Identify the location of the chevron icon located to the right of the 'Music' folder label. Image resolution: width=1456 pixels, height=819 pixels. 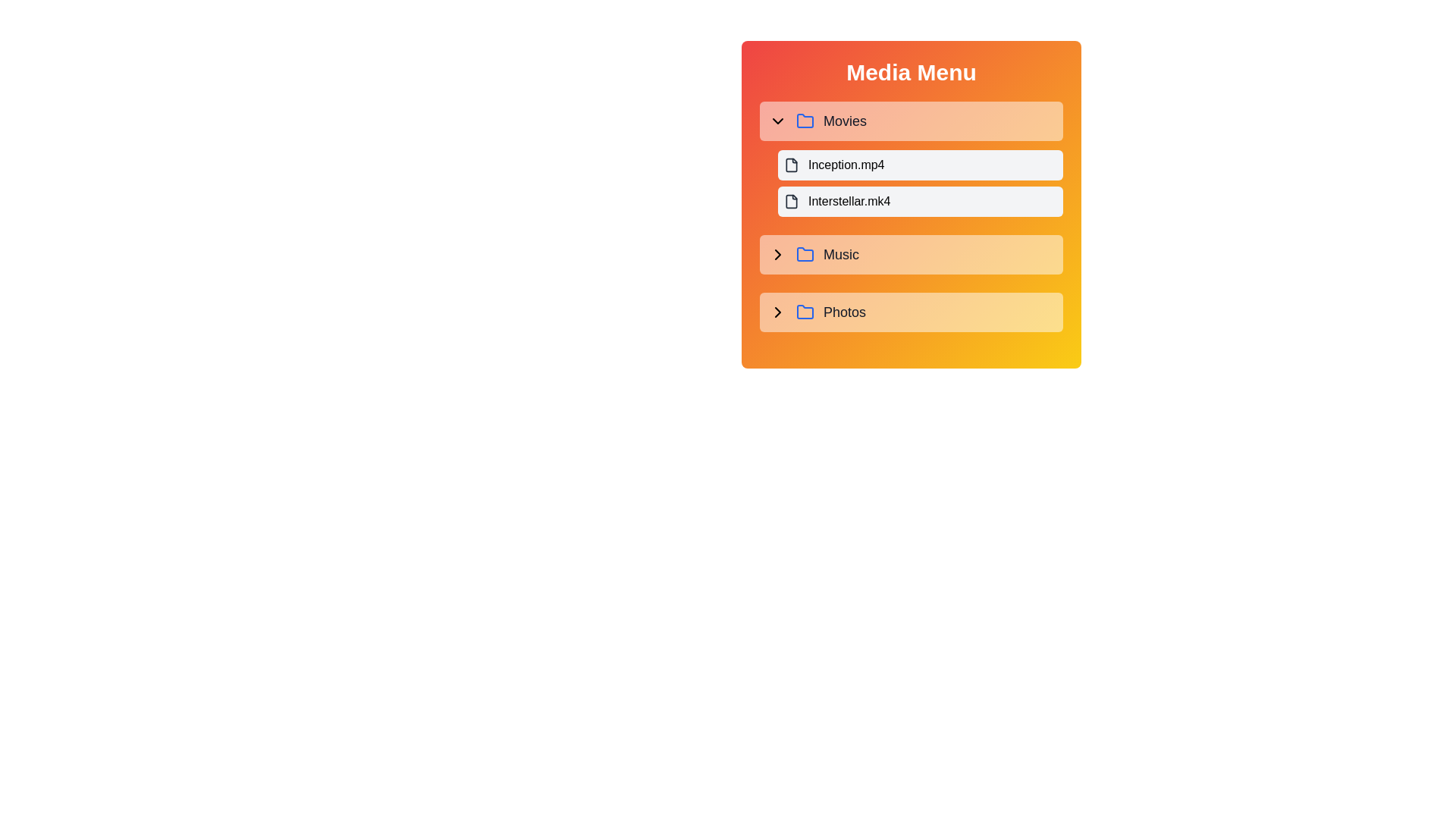
(778, 253).